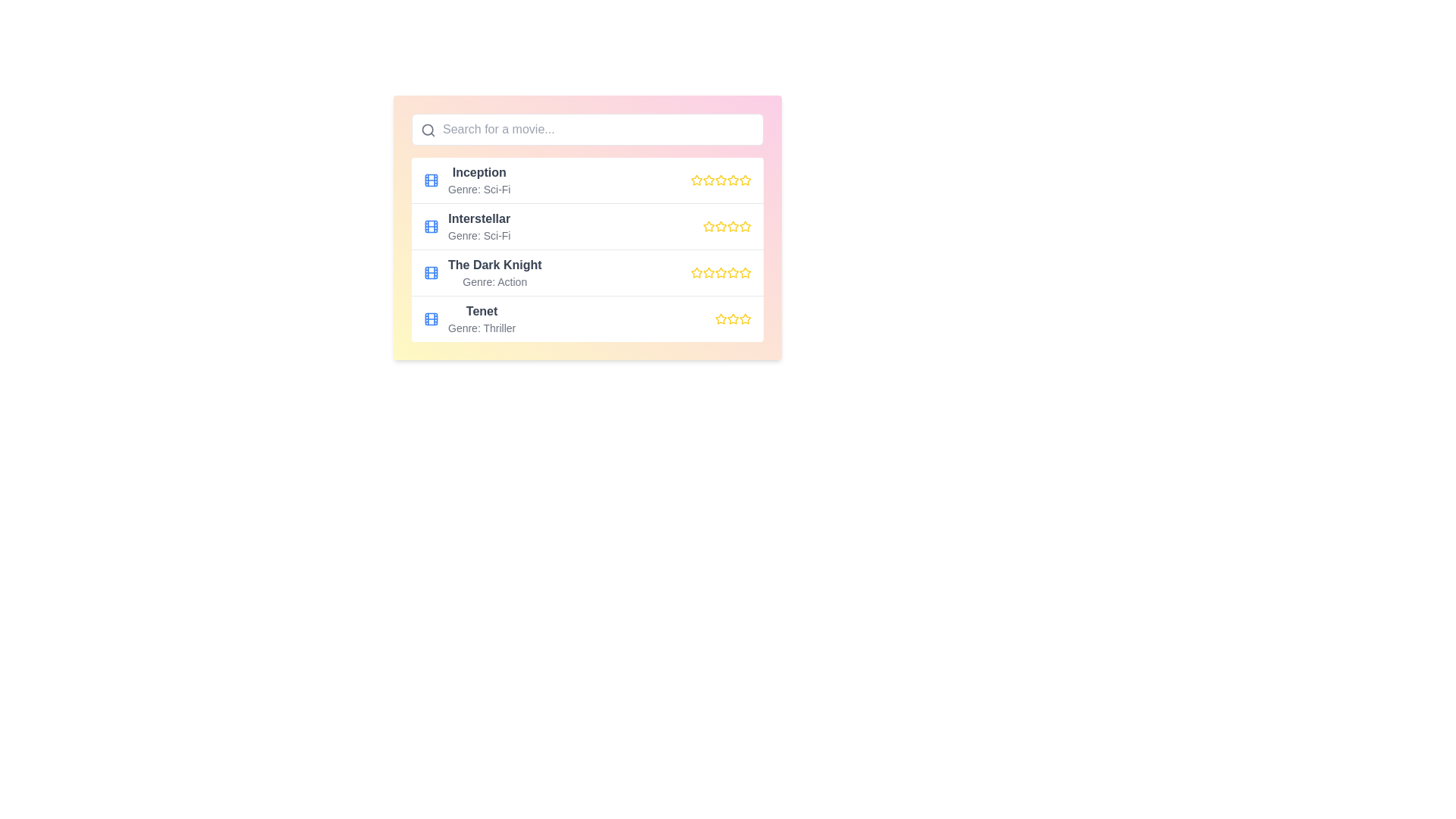  What do you see at coordinates (733, 318) in the screenshot?
I see `the third yellow outlined star icon in the Tenet movie rating row` at bounding box center [733, 318].